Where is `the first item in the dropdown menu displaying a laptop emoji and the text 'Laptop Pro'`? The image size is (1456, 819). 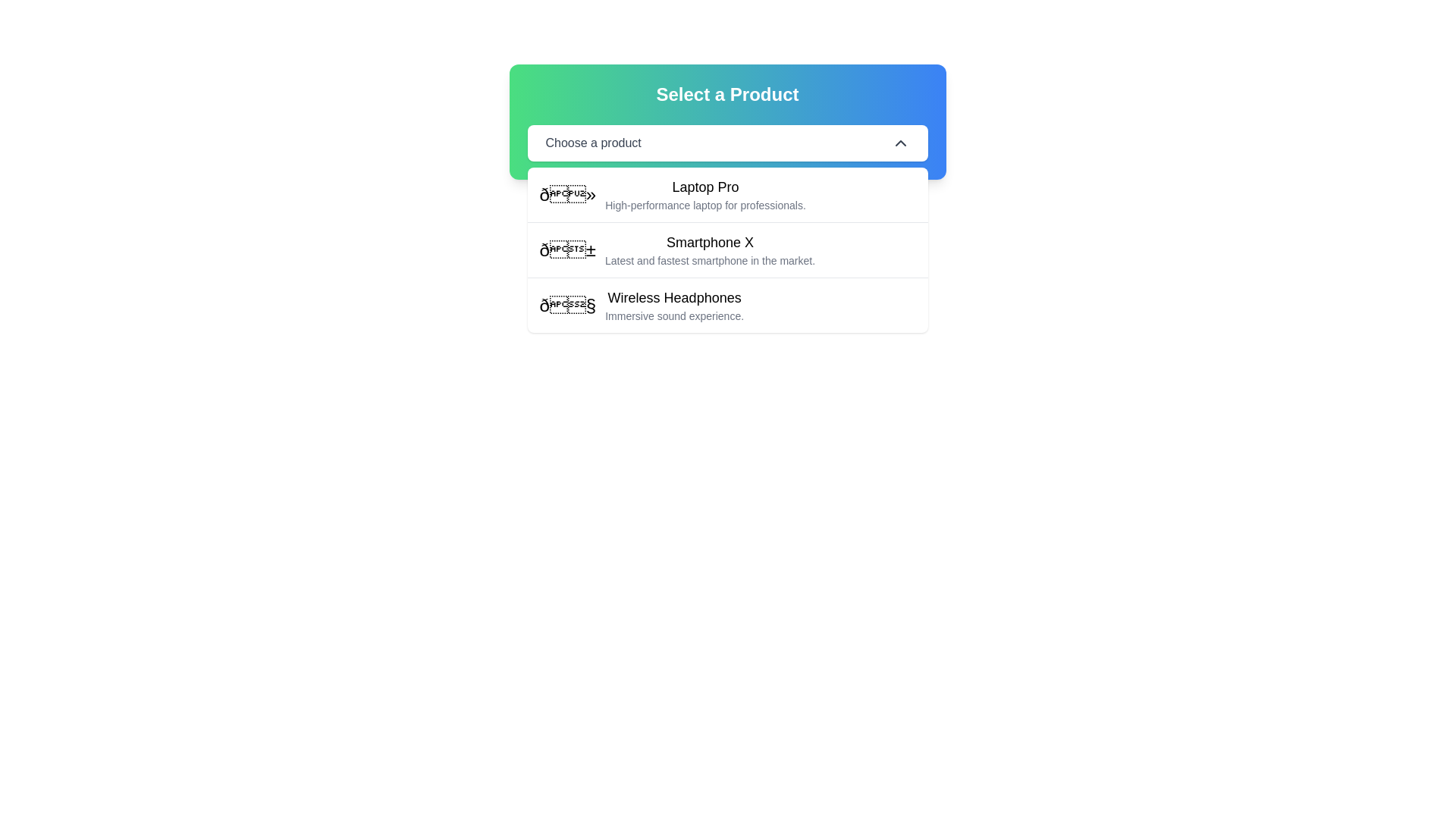
the first item in the dropdown menu displaying a laptop emoji and the text 'Laptop Pro' is located at coordinates (672, 194).